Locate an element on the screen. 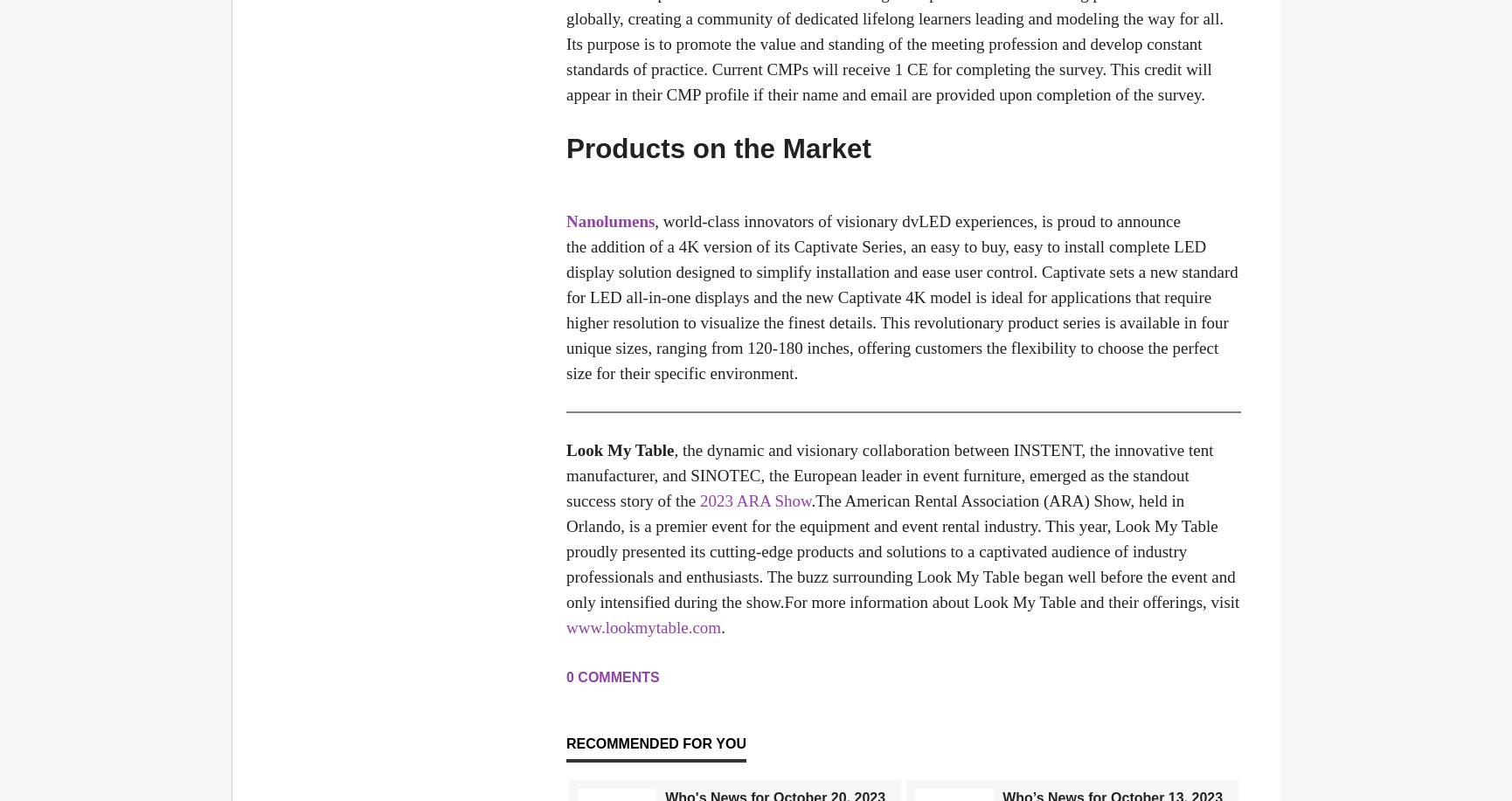 This screenshot has width=1512, height=801. 'Nanolumens' is located at coordinates (610, 220).